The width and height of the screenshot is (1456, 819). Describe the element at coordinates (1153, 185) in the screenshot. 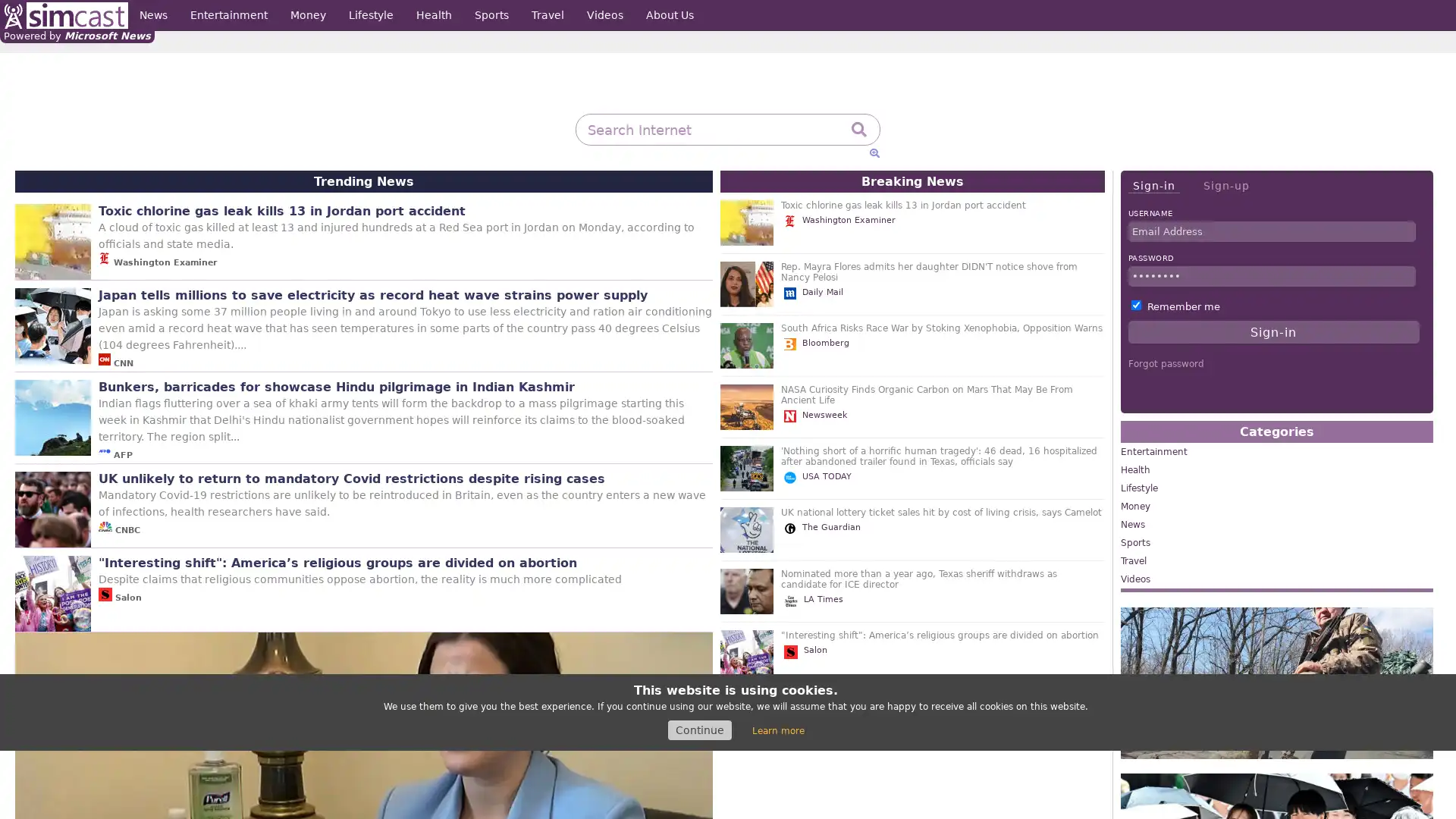

I see `Sign-in` at that location.